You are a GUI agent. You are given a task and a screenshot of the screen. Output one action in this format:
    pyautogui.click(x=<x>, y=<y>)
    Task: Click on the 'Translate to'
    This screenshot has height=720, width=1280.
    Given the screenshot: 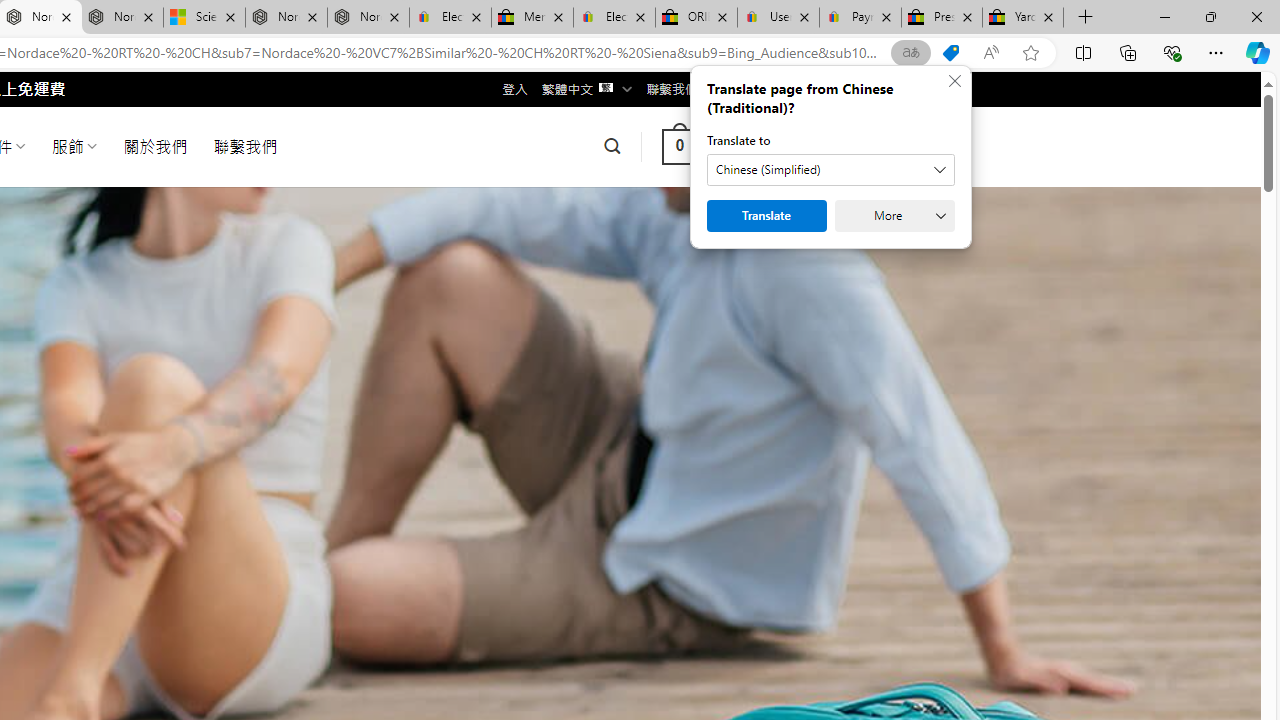 What is the action you would take?
    pyautogui.click(x=830, y=168)
    